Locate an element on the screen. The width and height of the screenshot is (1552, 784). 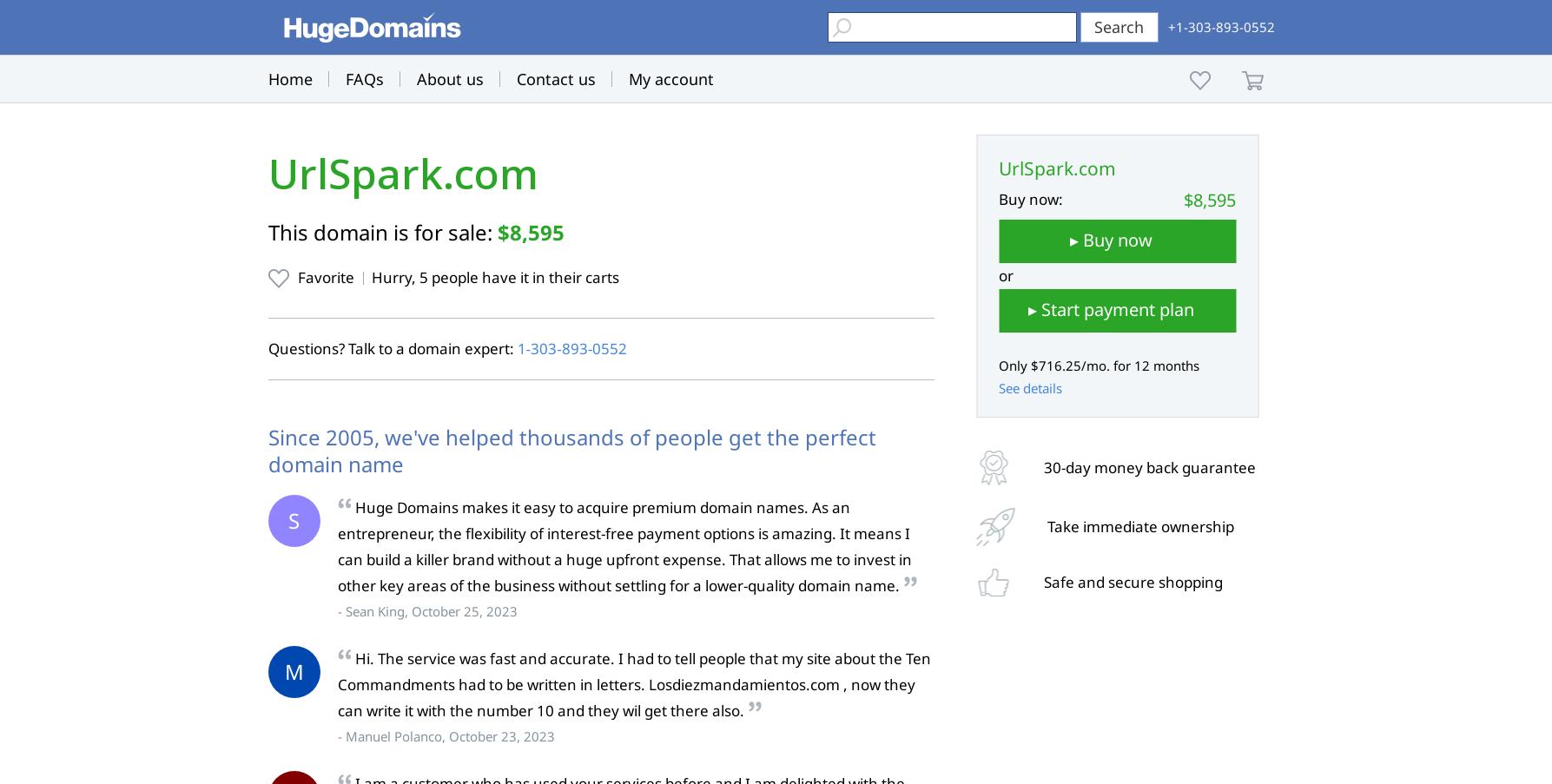
'Hurry, 5 people have it in their carts' is located at coordinates (493, 276).